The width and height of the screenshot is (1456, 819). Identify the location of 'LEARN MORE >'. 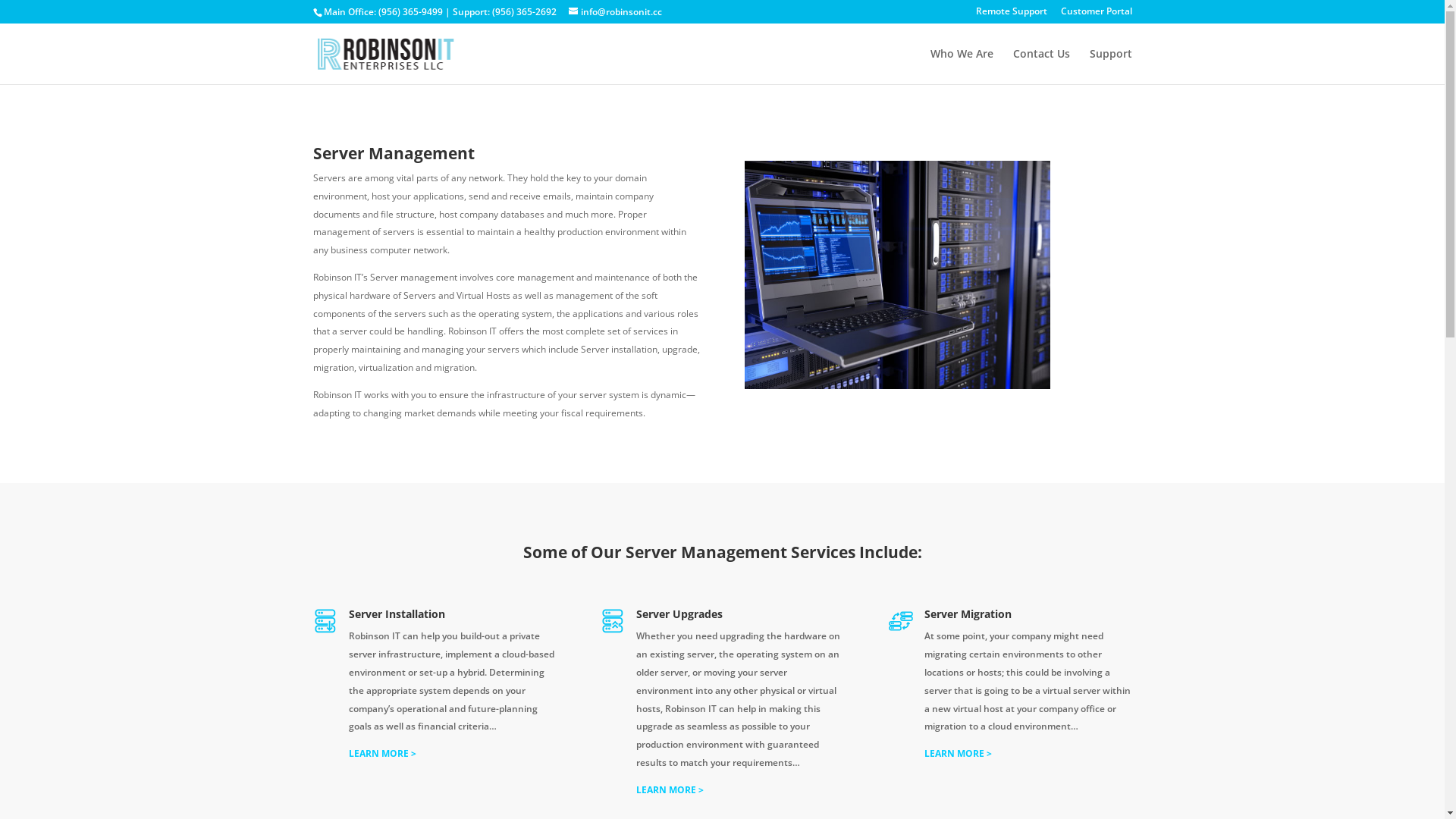
(382, 753).